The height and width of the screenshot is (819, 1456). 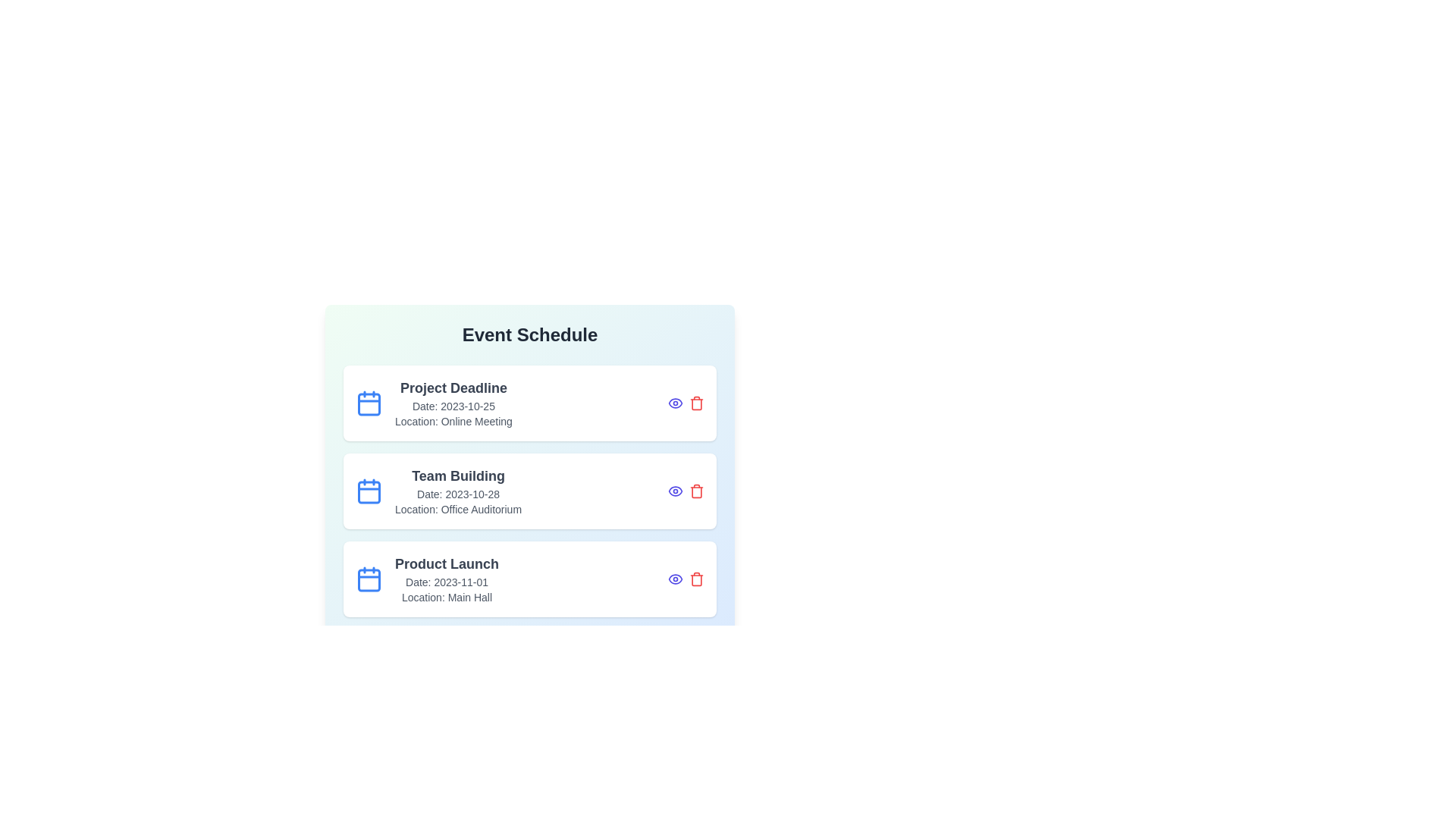 What do you see at coordinates (675, 491) in the screenshot?
I see `'View' button for the event with ID 2` at bounding box center [675, 491].